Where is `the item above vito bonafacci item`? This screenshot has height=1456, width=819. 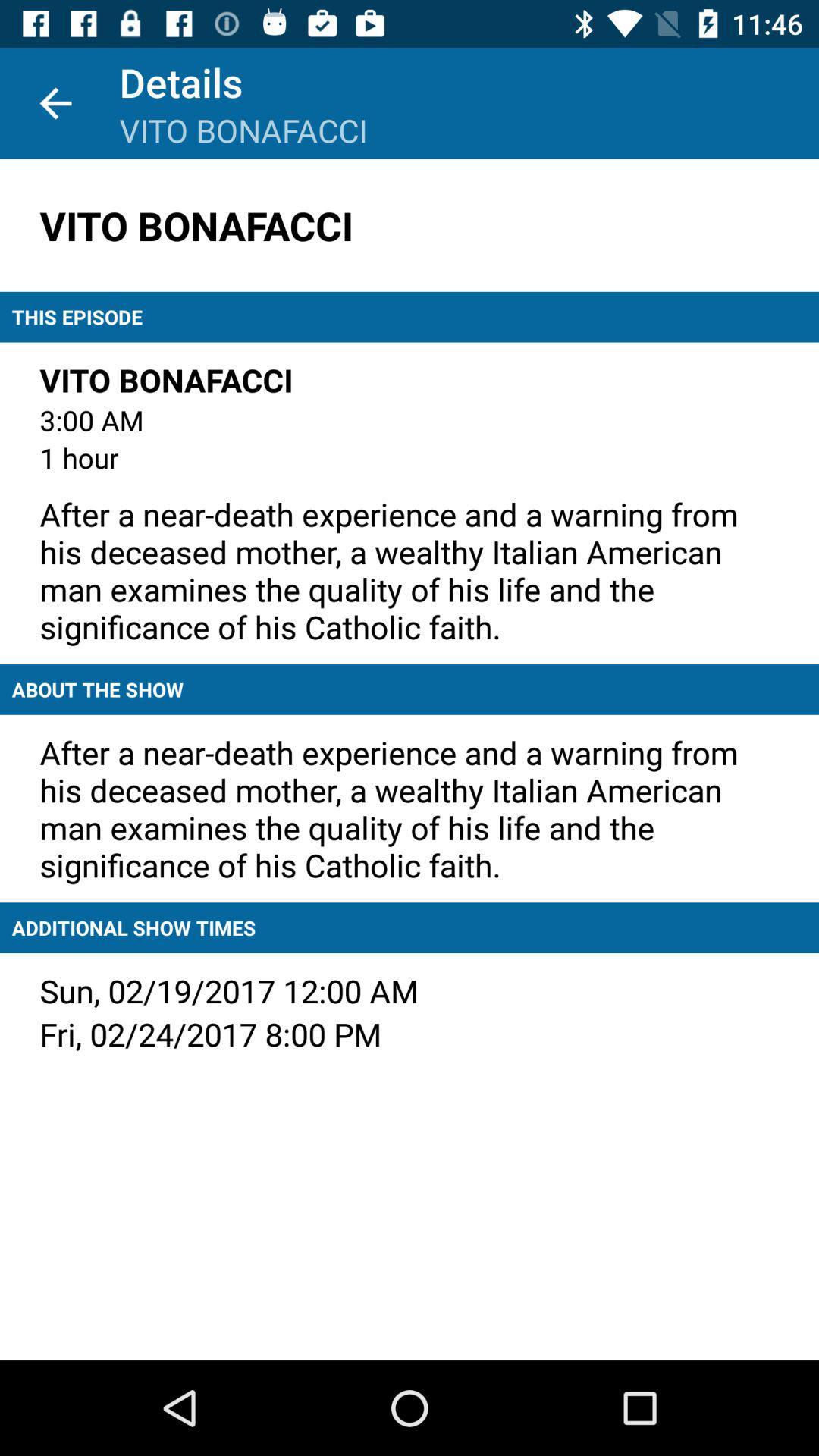
the item above vito bonafacci item is located at coordinates (55, 102).